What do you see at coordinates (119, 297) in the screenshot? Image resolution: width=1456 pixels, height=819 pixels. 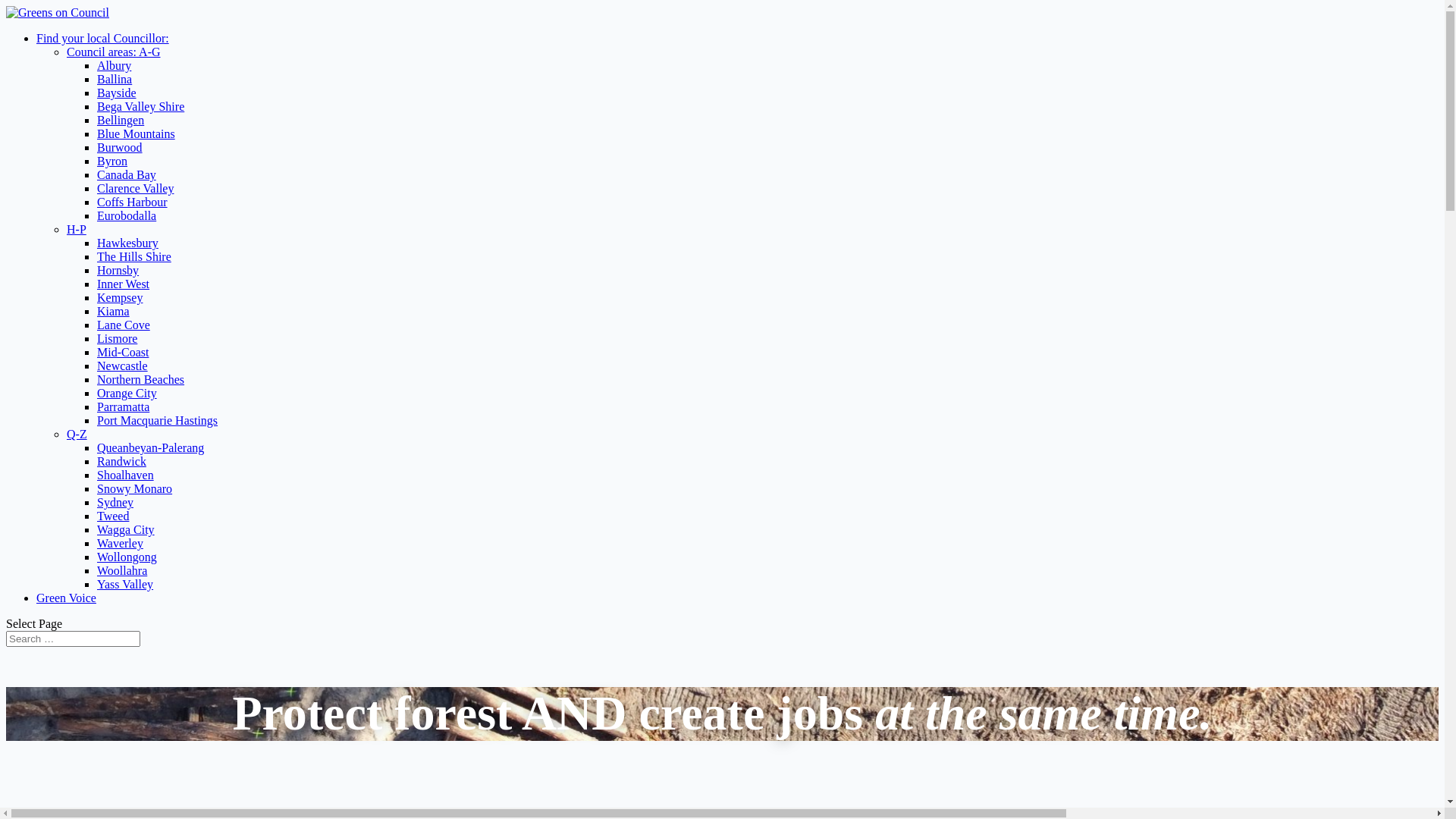 I see `'Kempsey'` at bounding box center [119, 297].